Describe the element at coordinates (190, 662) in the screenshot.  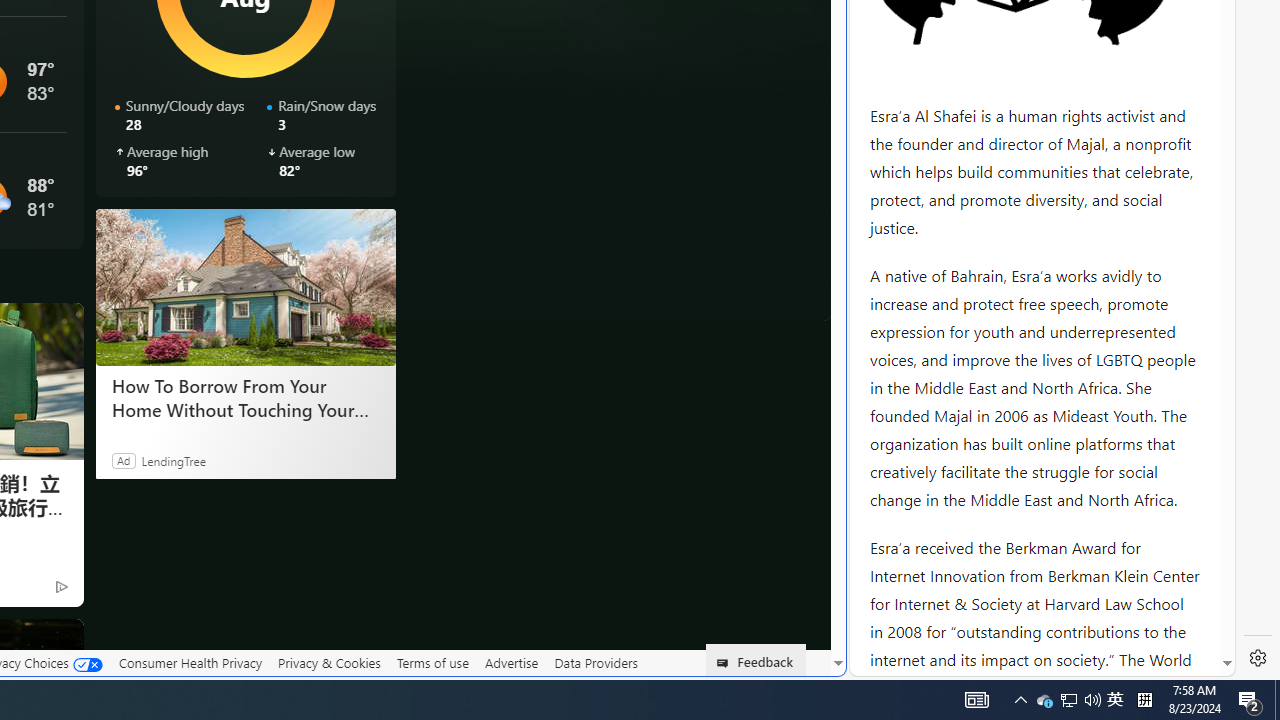
I see `'Consumer Health Privacy'` at that location.